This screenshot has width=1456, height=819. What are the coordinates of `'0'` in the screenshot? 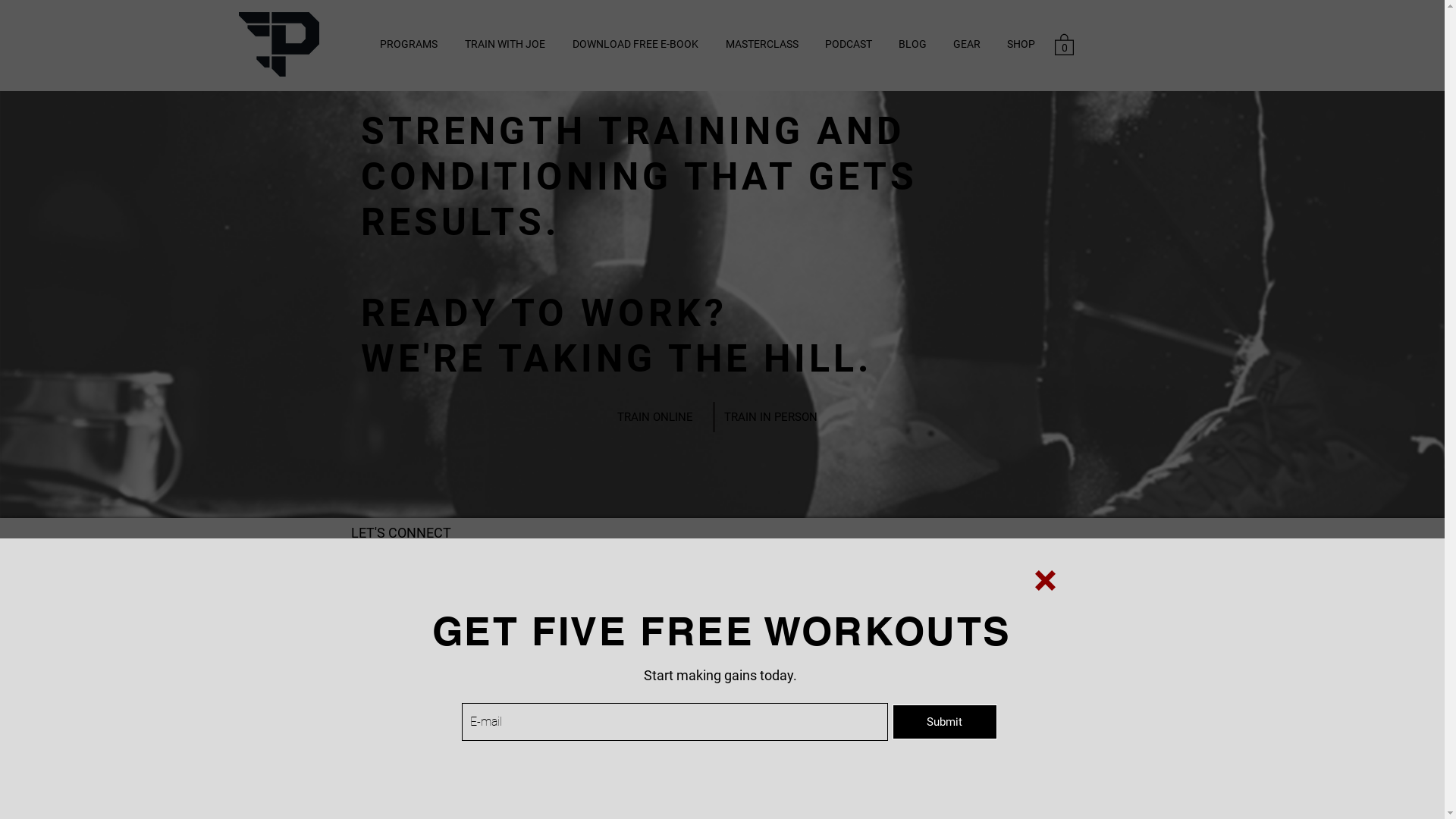 It's located at (1062, 42).